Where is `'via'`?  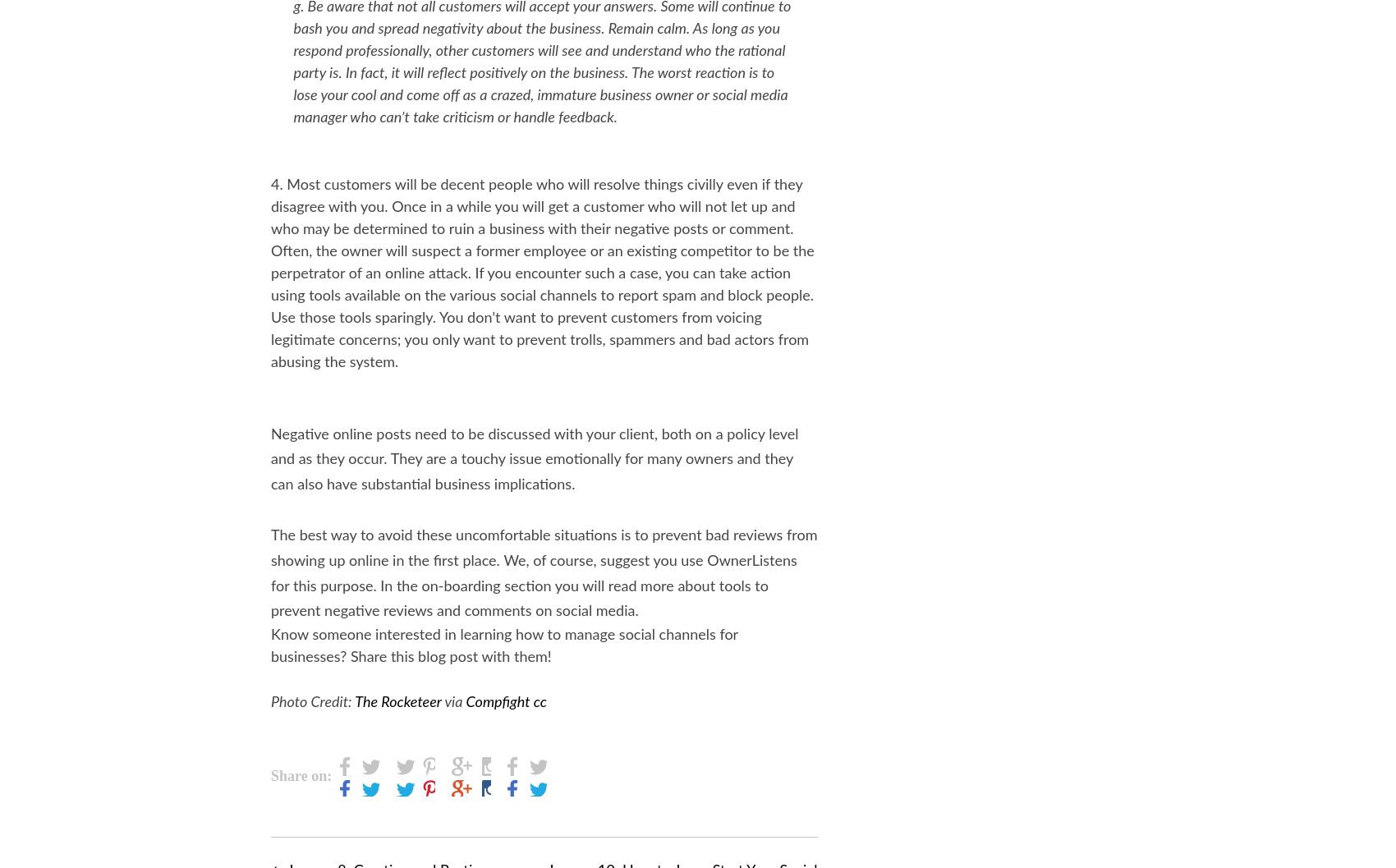
'via' is located at coordinates (452, 701).